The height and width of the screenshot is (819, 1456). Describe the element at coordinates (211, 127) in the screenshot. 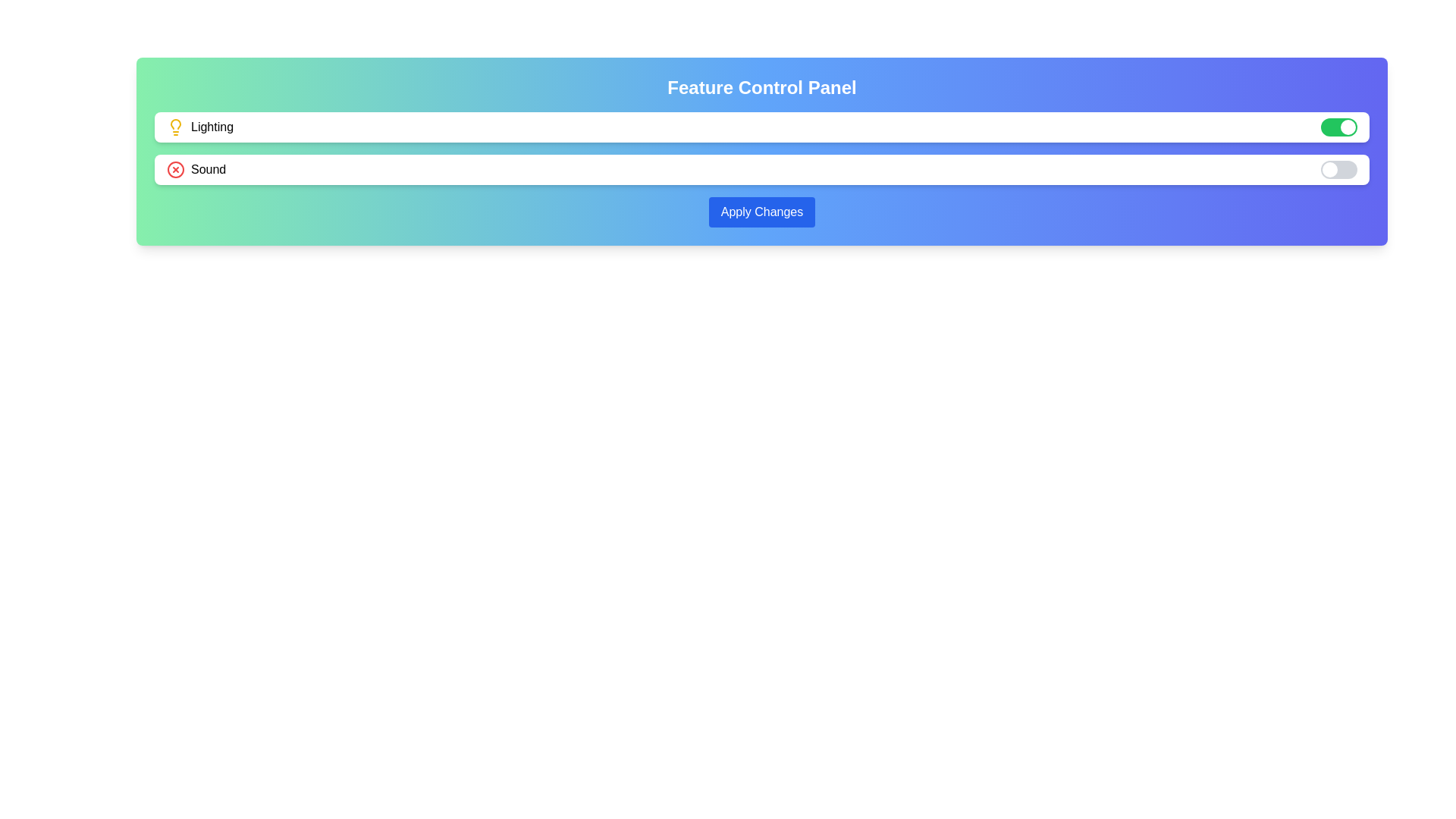

I see `the 'Lighting' label that describes the feature controlled by the adjacent toggle switch, located in the top panel row next to the lightbulb icon` at that location.